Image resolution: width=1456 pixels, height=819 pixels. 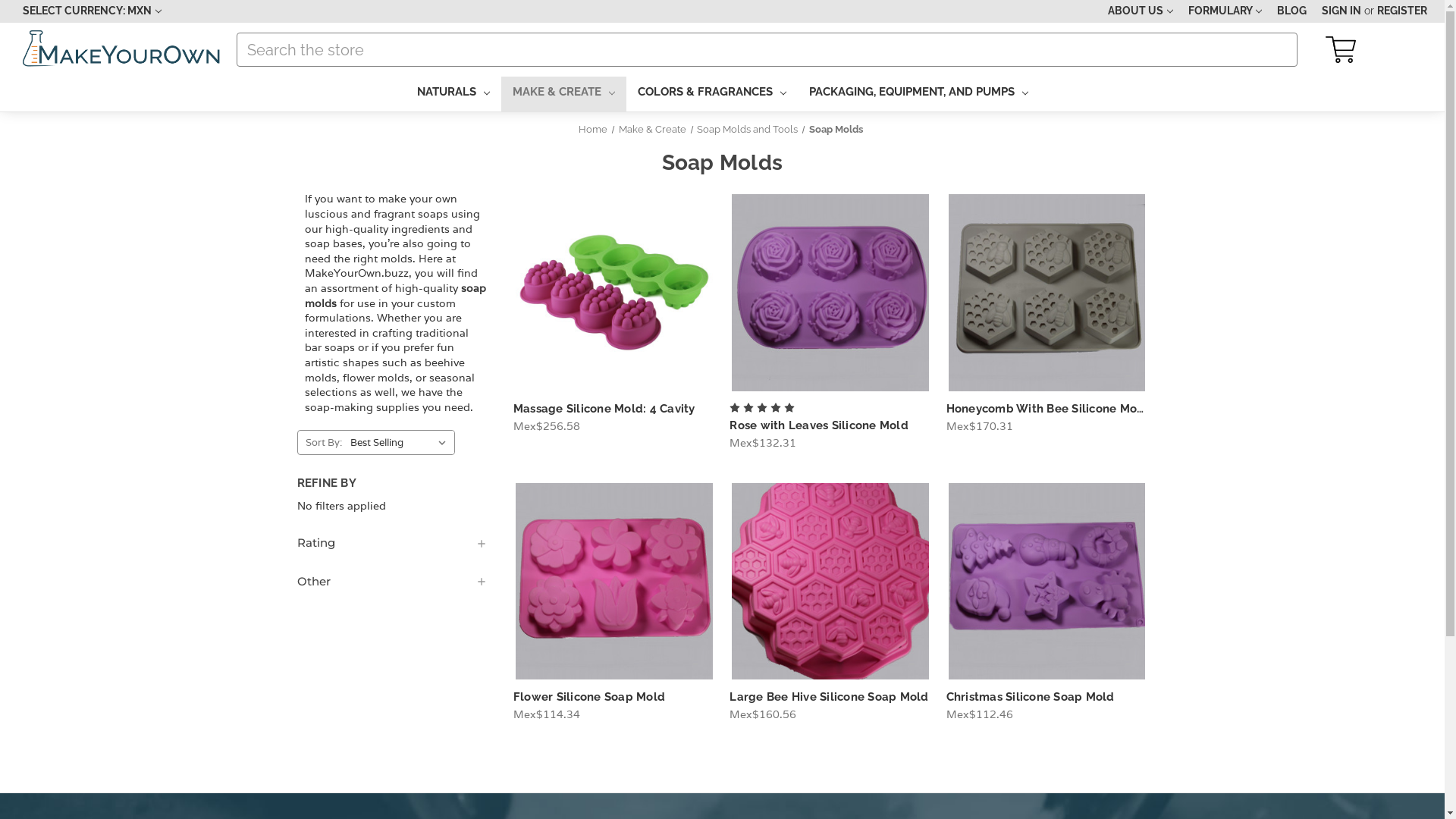 I want to click on 'Other', so click(x=392, y=581).